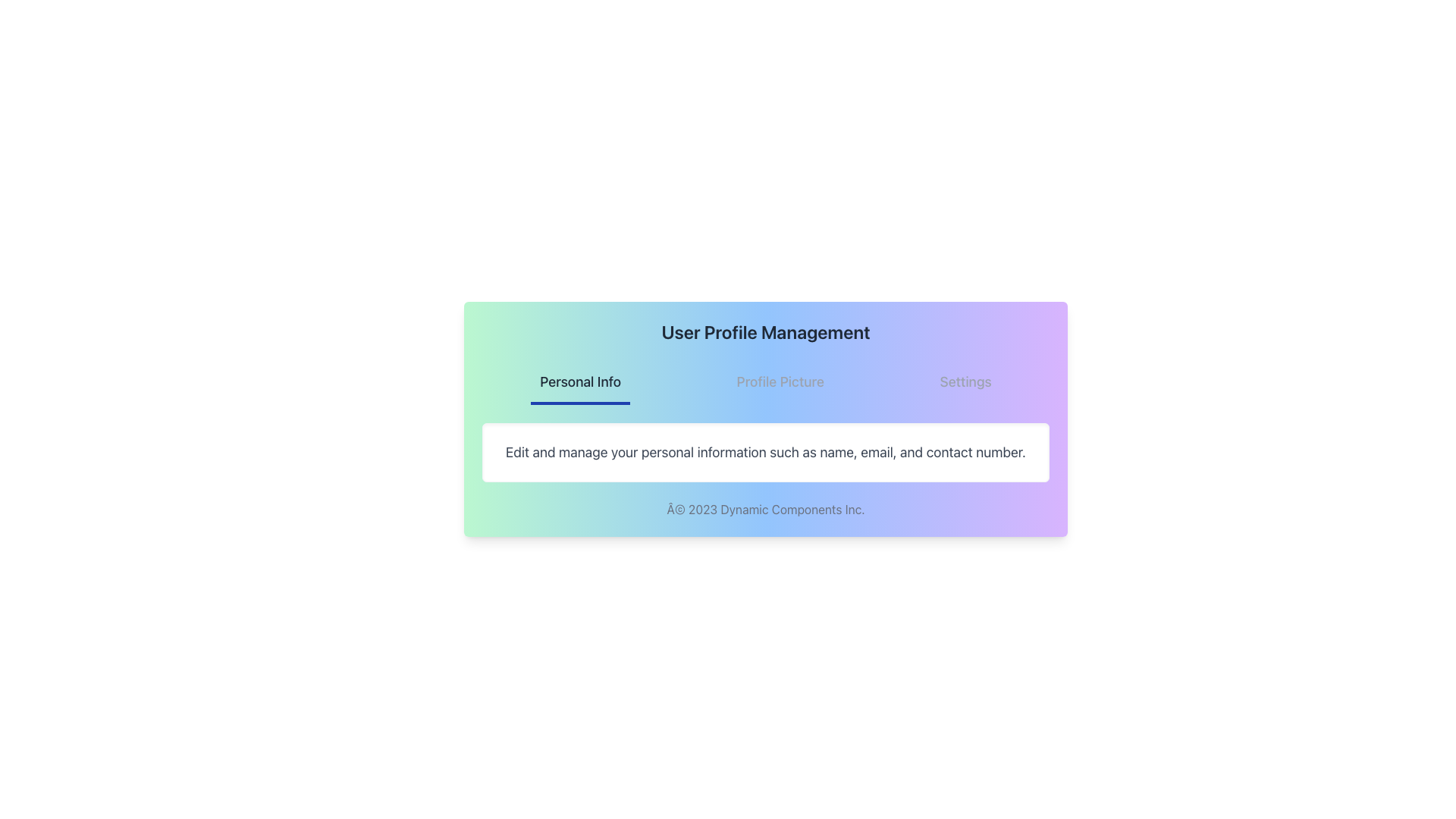 Image resolution: width=1456 pixels, height=819 pixels. I want to click on the 'Personal Info' navigation tab button, so click(579, 382).